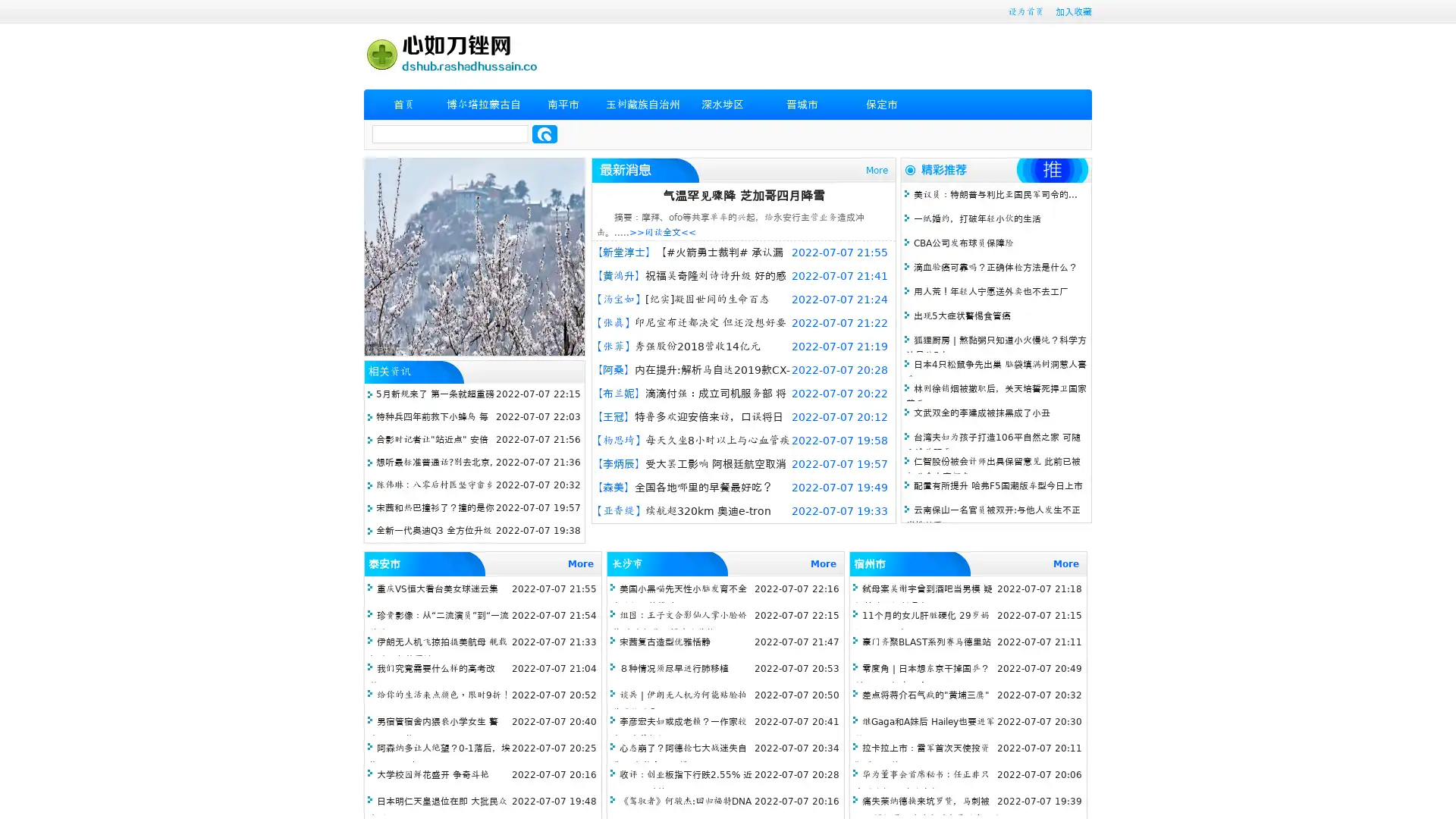 The width and height of the screenshot is (1456, 819). What do you see at coordinates (544, 133) in the screenshot?
I see `Search` at bounding box center [544, 133].